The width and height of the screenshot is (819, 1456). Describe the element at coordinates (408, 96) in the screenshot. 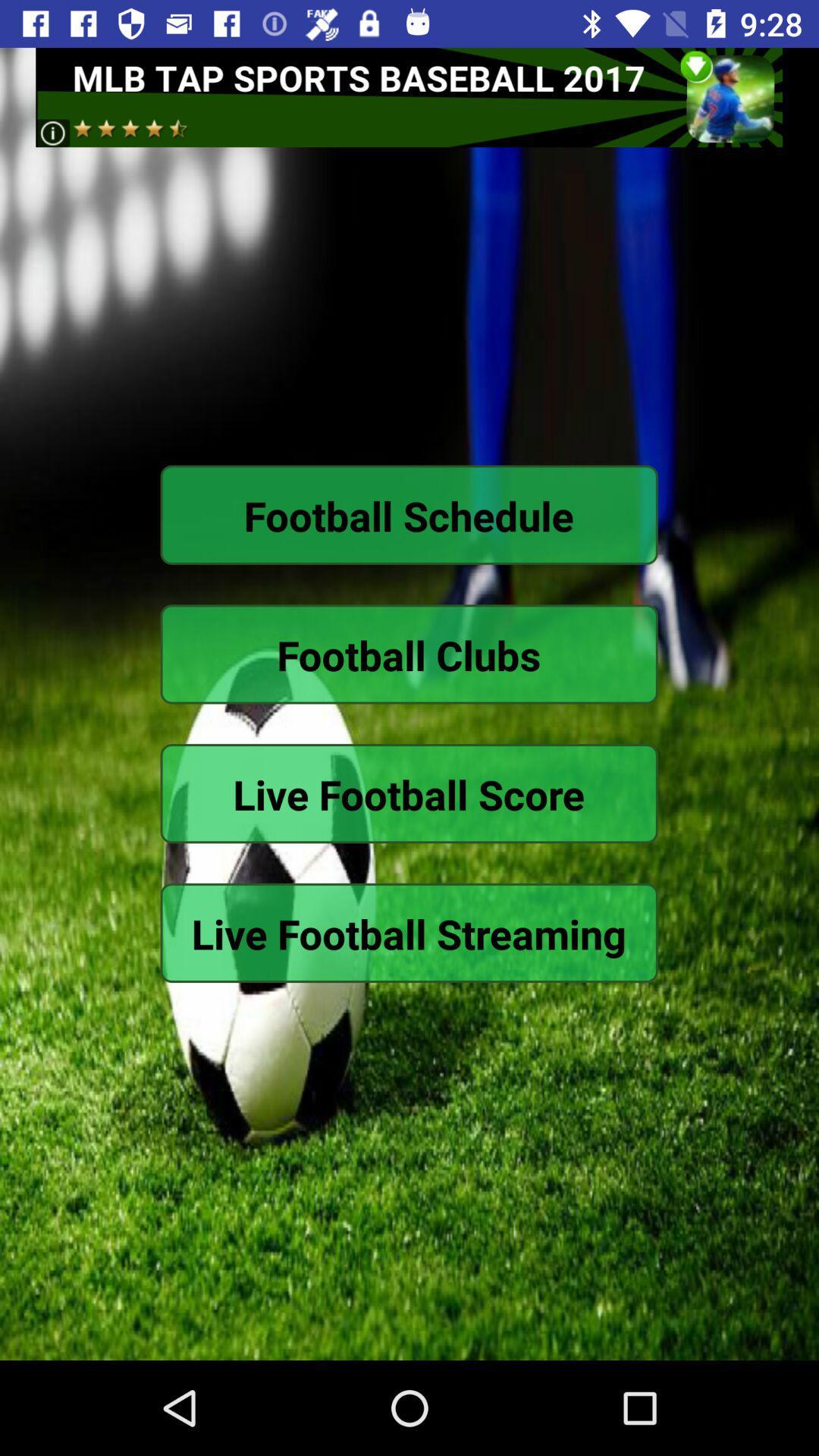

I see `the addvertisement` at that location.